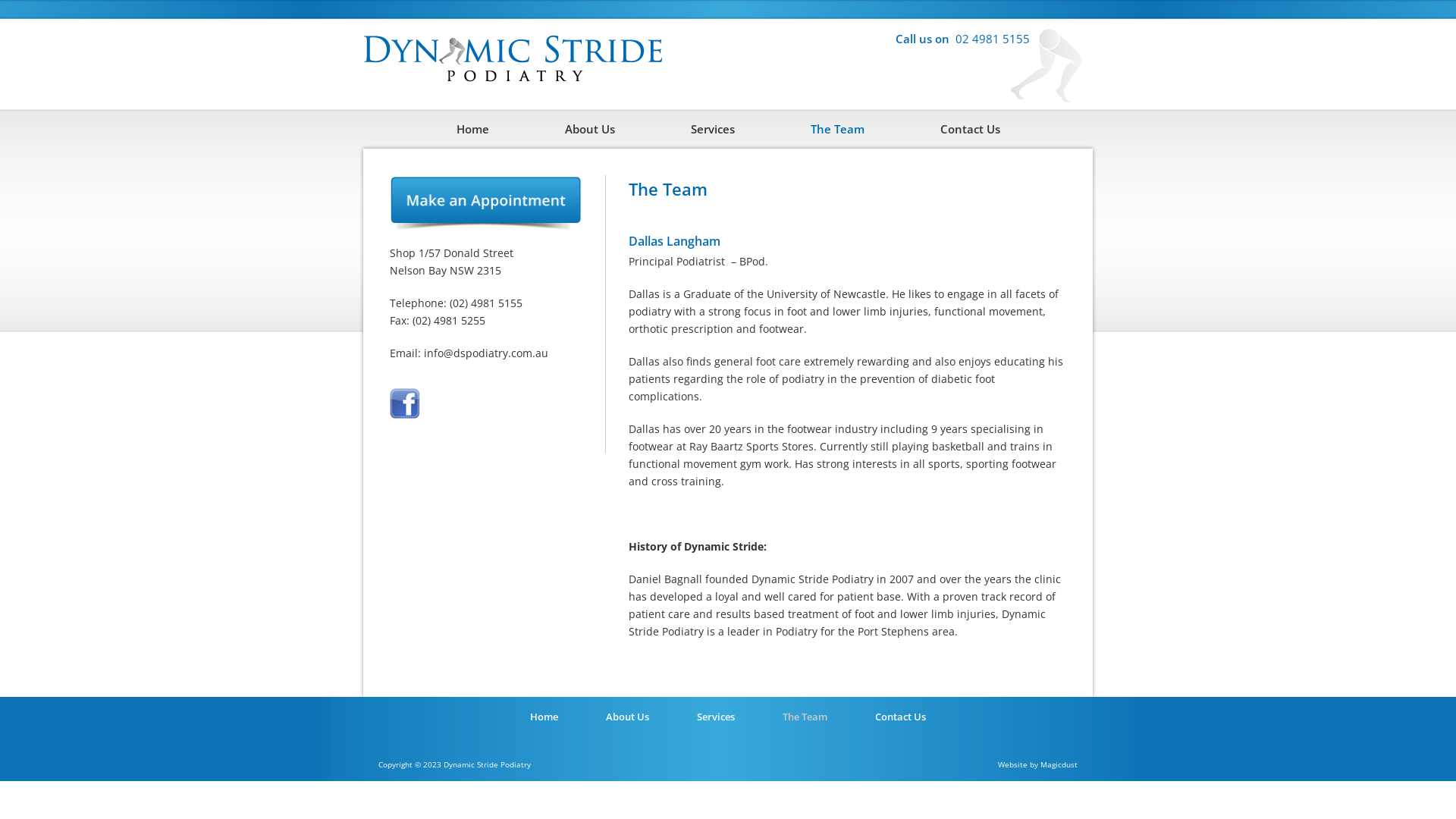  What do you see at coordinates (544, 717) in the screenshot?
I see `'Home'` at bounding box center [544, 717].